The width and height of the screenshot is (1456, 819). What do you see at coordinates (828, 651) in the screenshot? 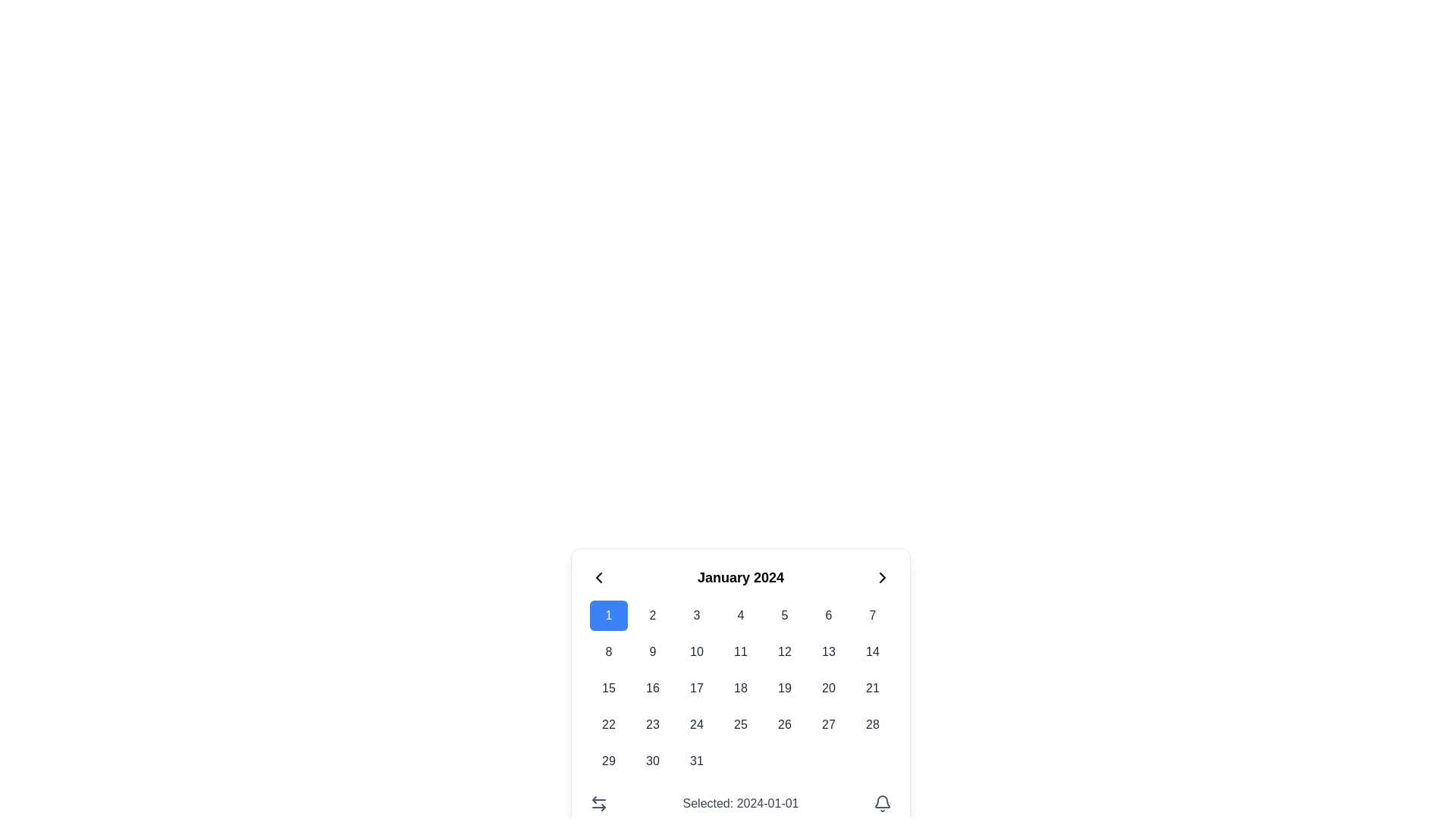
I see `the calendar date button representing January 13, 2024, to select and confirm the date` at bounding box center [828, 651].